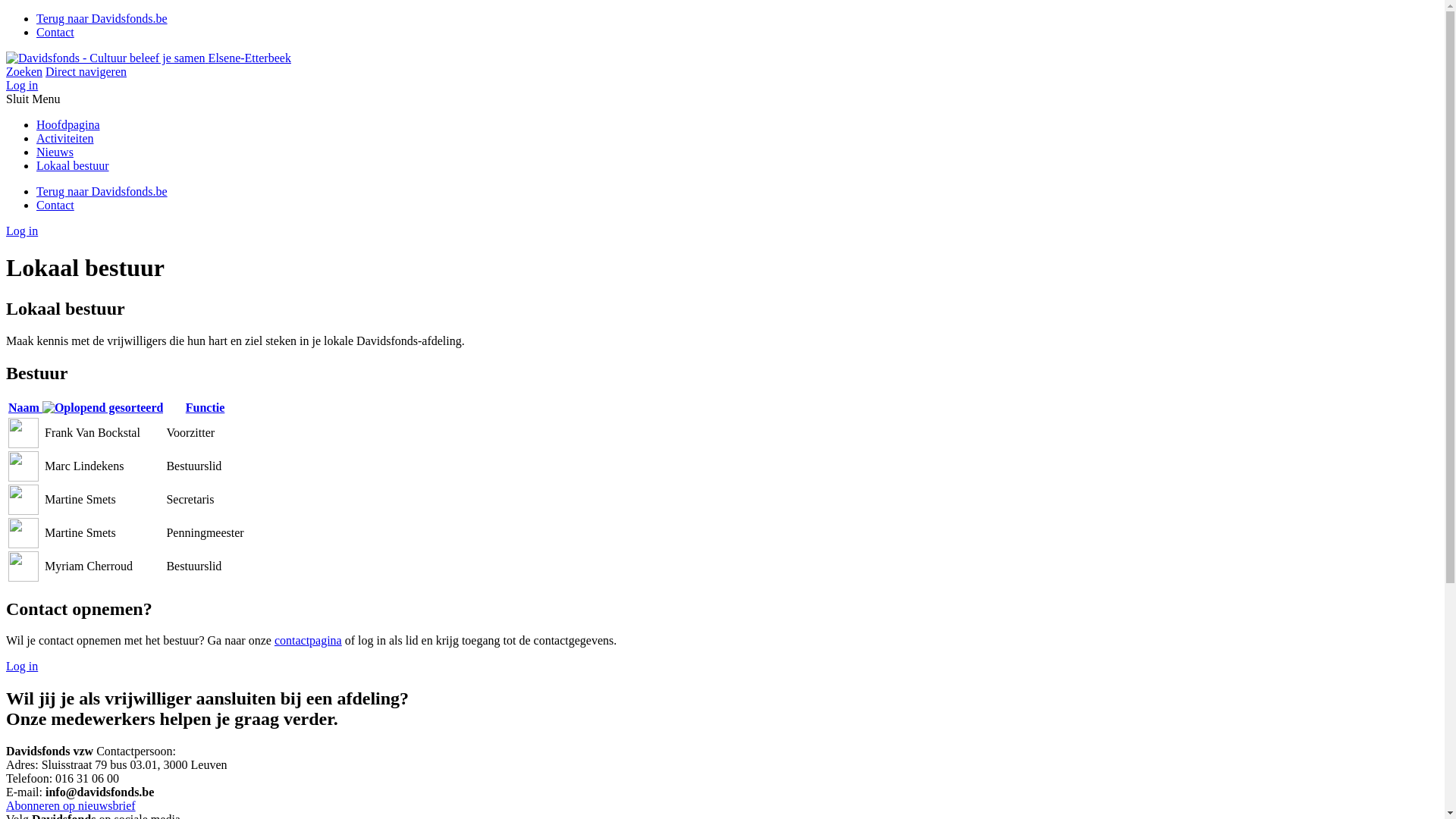 The height and width of the screenshot is (819, 1456). Describe the element at coordinates (21, 85) in the screenshot. I see `'Log in'` at that location.